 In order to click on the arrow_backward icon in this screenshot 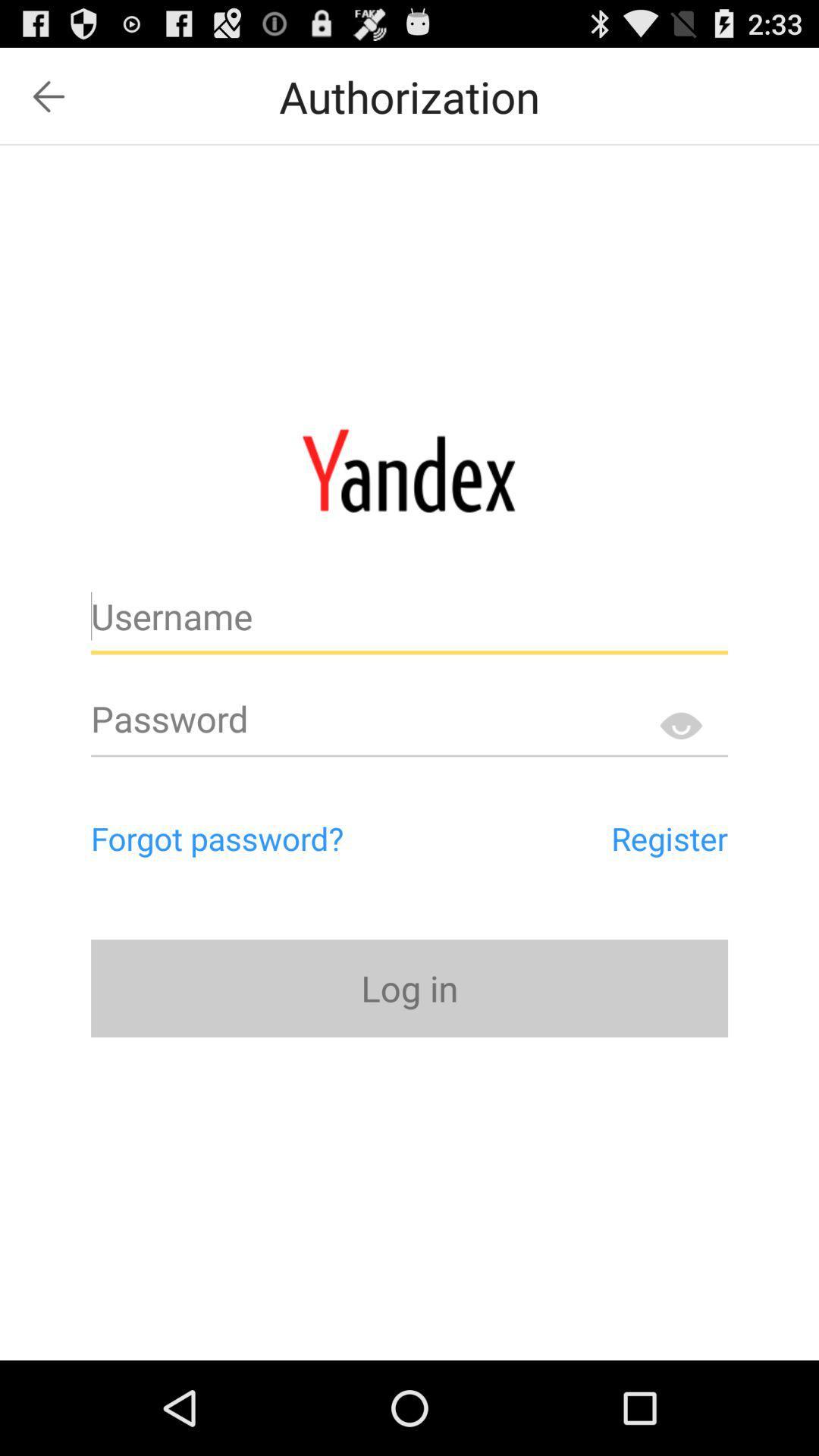, I will do `click(48, 102)`.